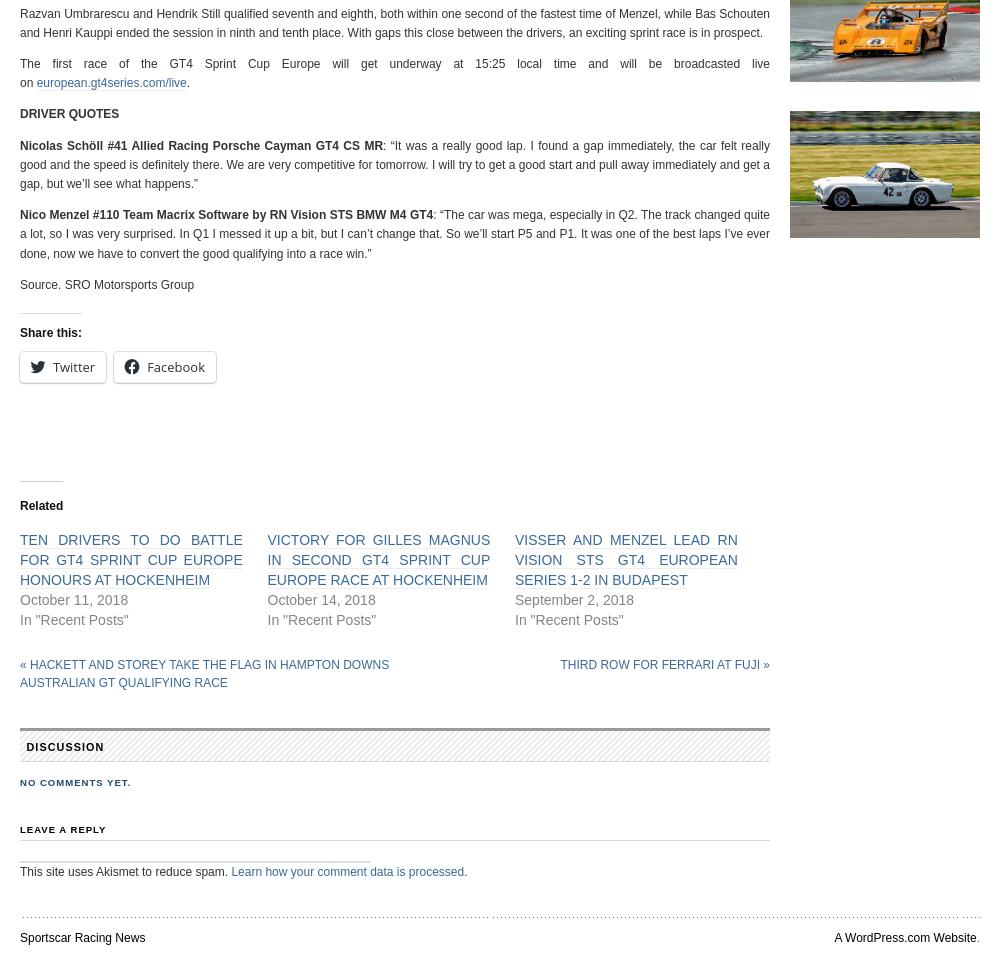  I want to click on 'Share this:', so click(20, 332).